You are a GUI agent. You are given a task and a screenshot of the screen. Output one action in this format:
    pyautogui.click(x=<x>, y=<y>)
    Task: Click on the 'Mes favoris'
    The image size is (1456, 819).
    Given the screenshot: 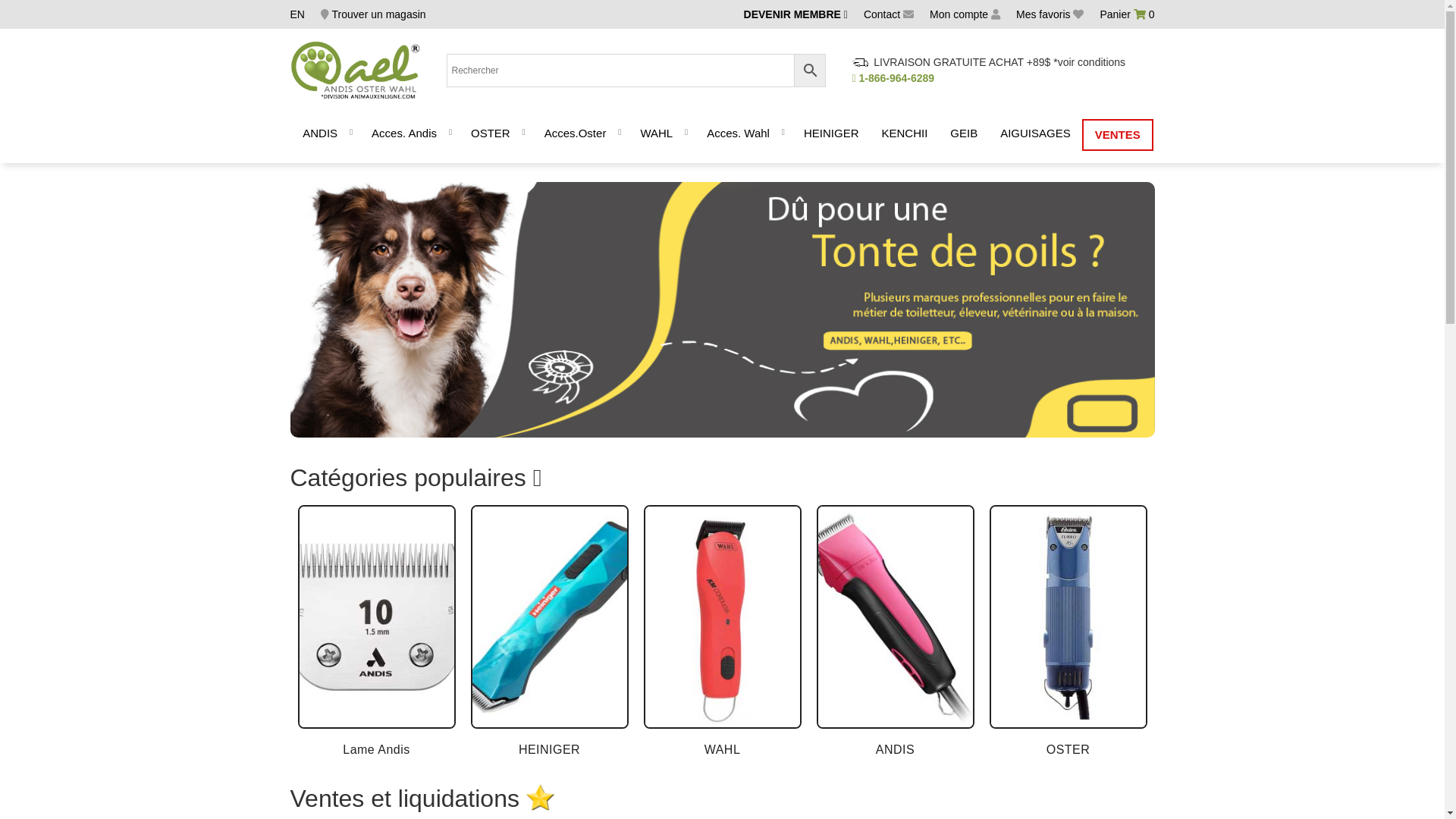 What is the action you would take?
    pyautogui.click(x=1049, y=14)
    